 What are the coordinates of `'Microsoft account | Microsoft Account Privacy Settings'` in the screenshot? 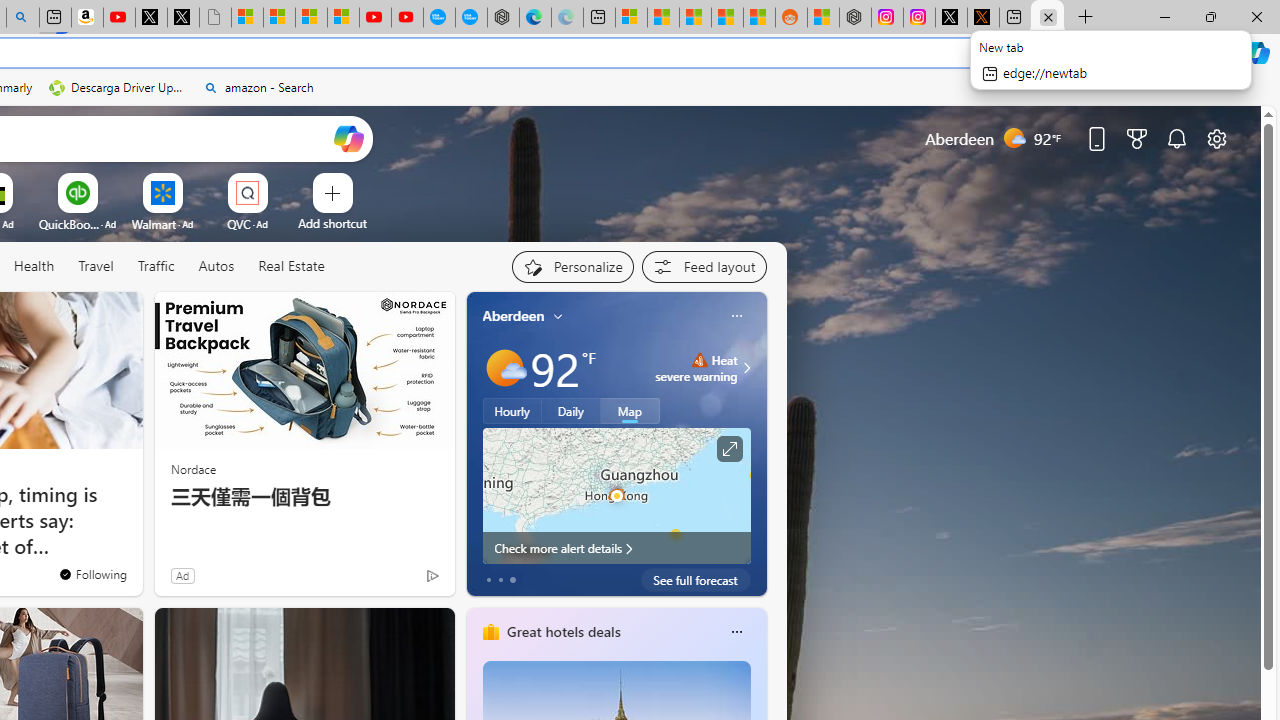 It's located at (630, 17).